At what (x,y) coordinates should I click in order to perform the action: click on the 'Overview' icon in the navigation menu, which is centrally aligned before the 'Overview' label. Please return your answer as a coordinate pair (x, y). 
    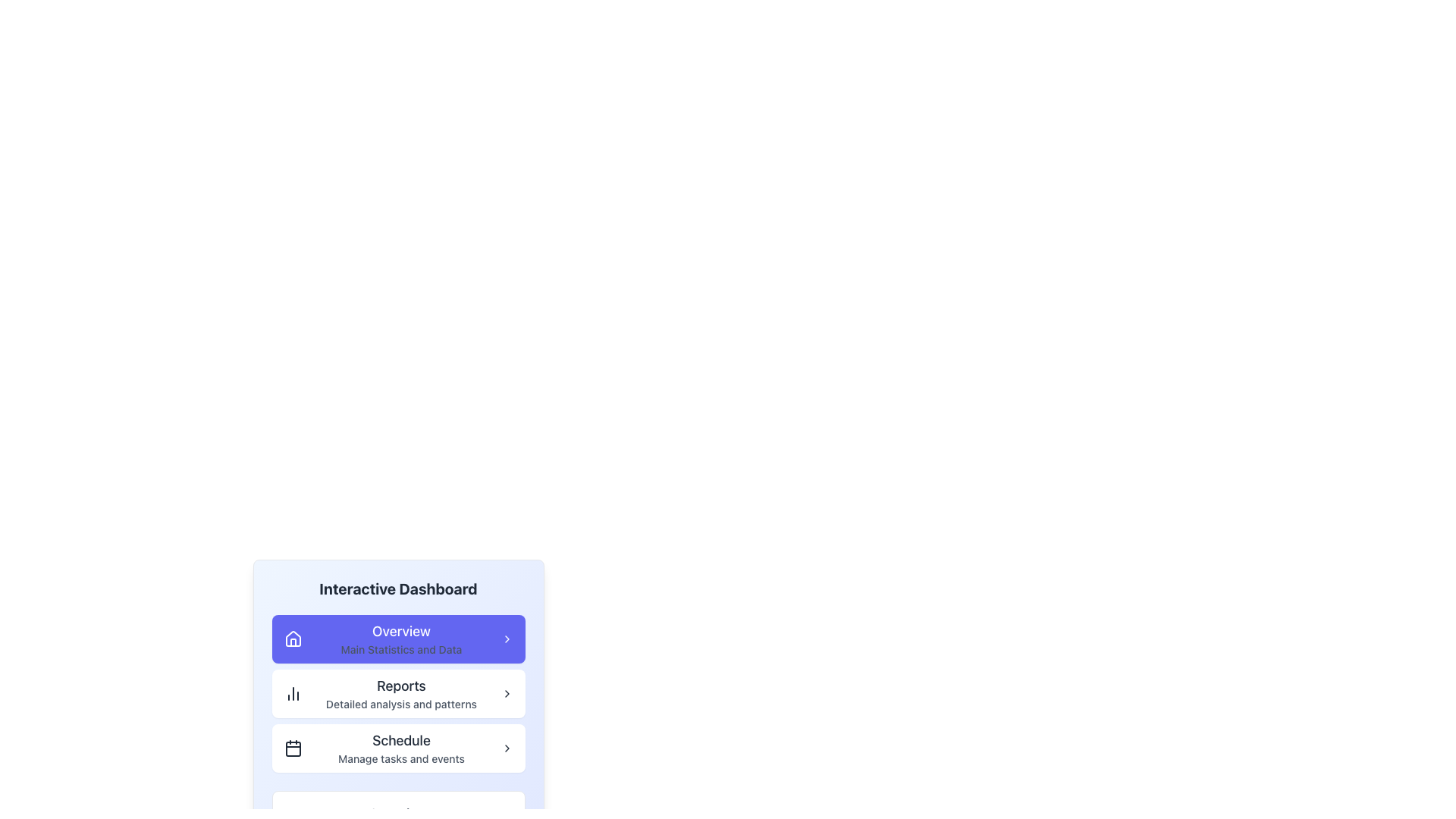
    Looking at the image, I should click on (293, 639).